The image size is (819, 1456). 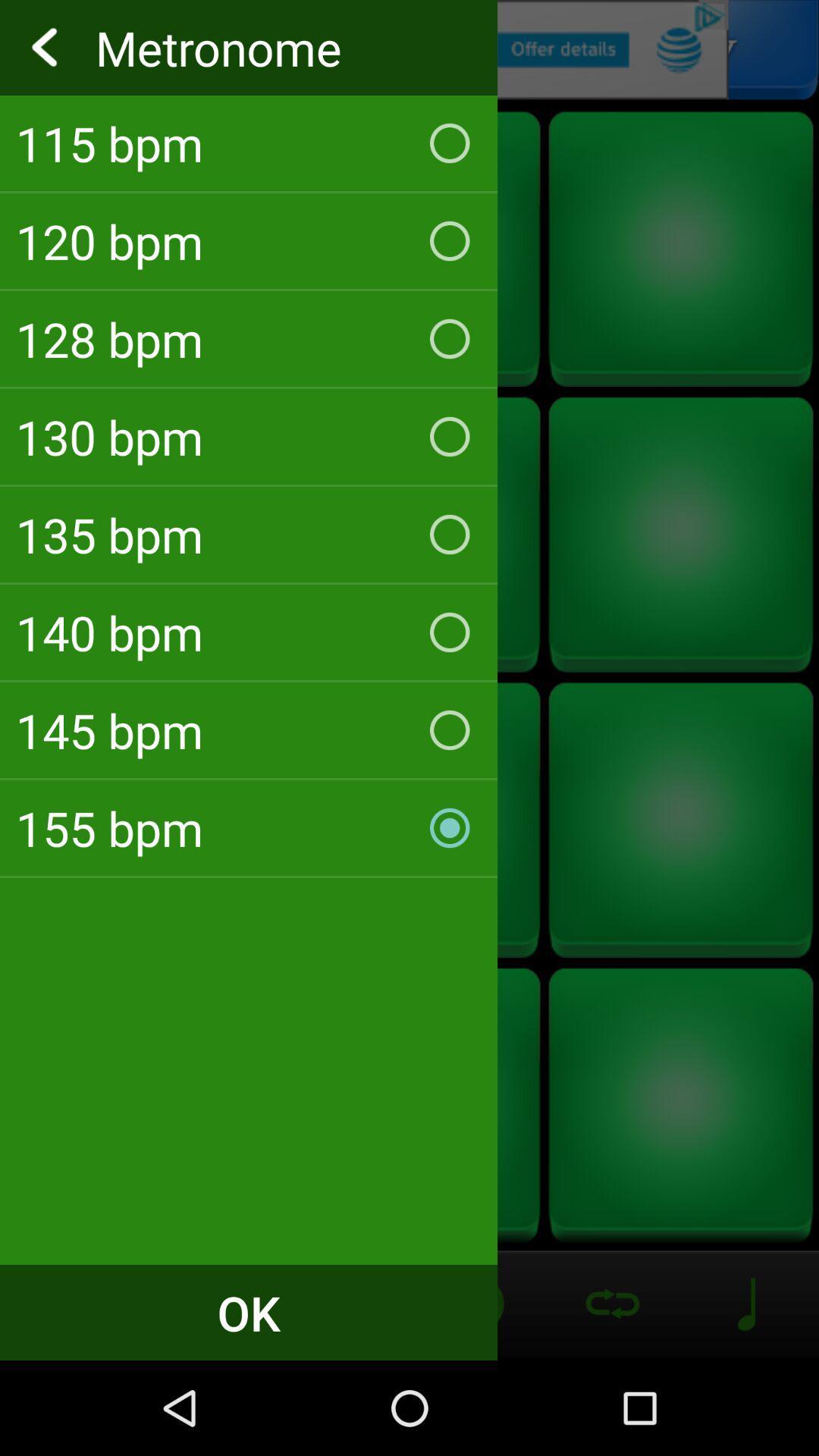 I want to click on 115 bpm, so click(x=248, y=143).